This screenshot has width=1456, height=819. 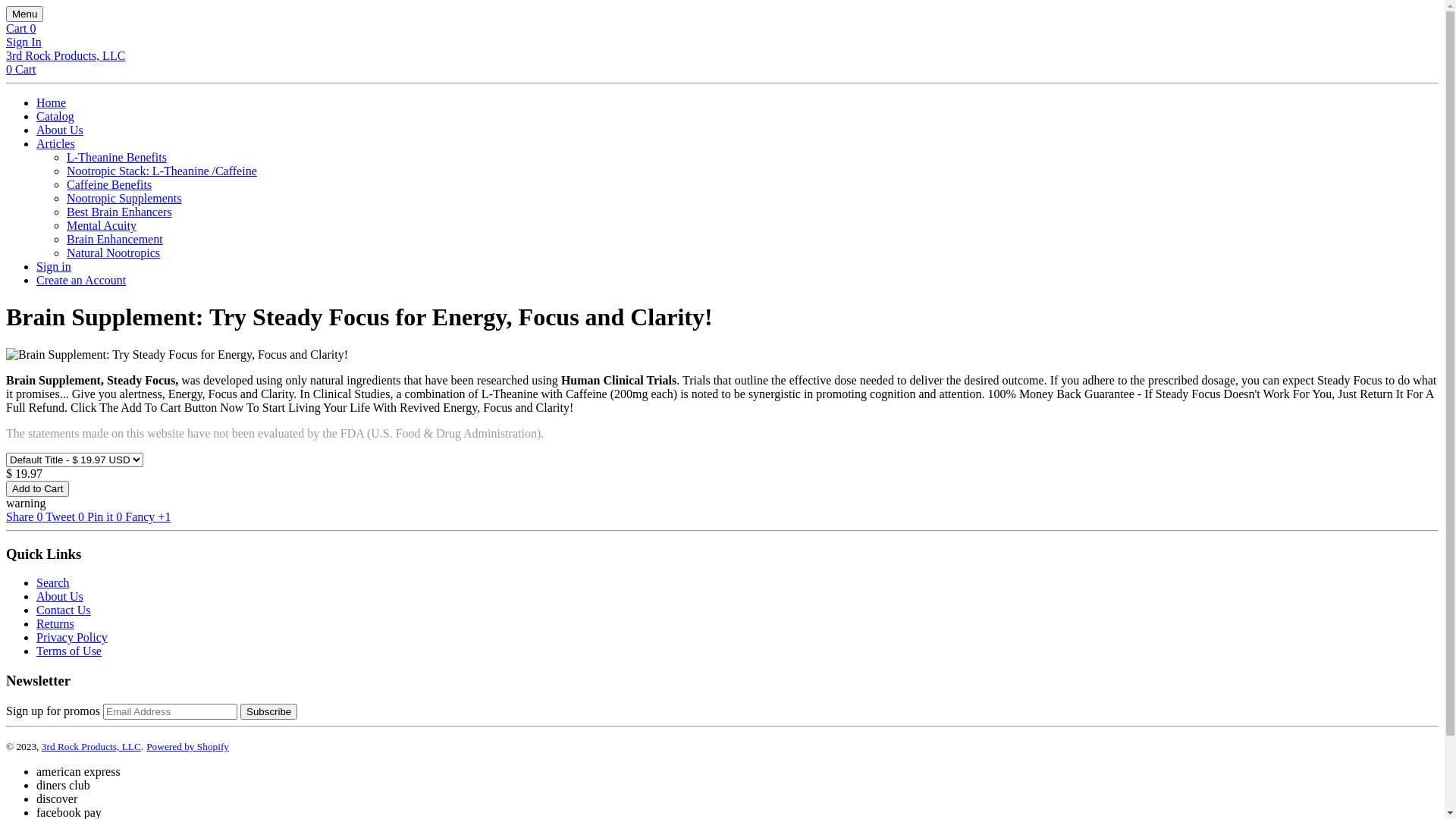 I want to click on 'Terms of Use', so click(x=36, y=650).